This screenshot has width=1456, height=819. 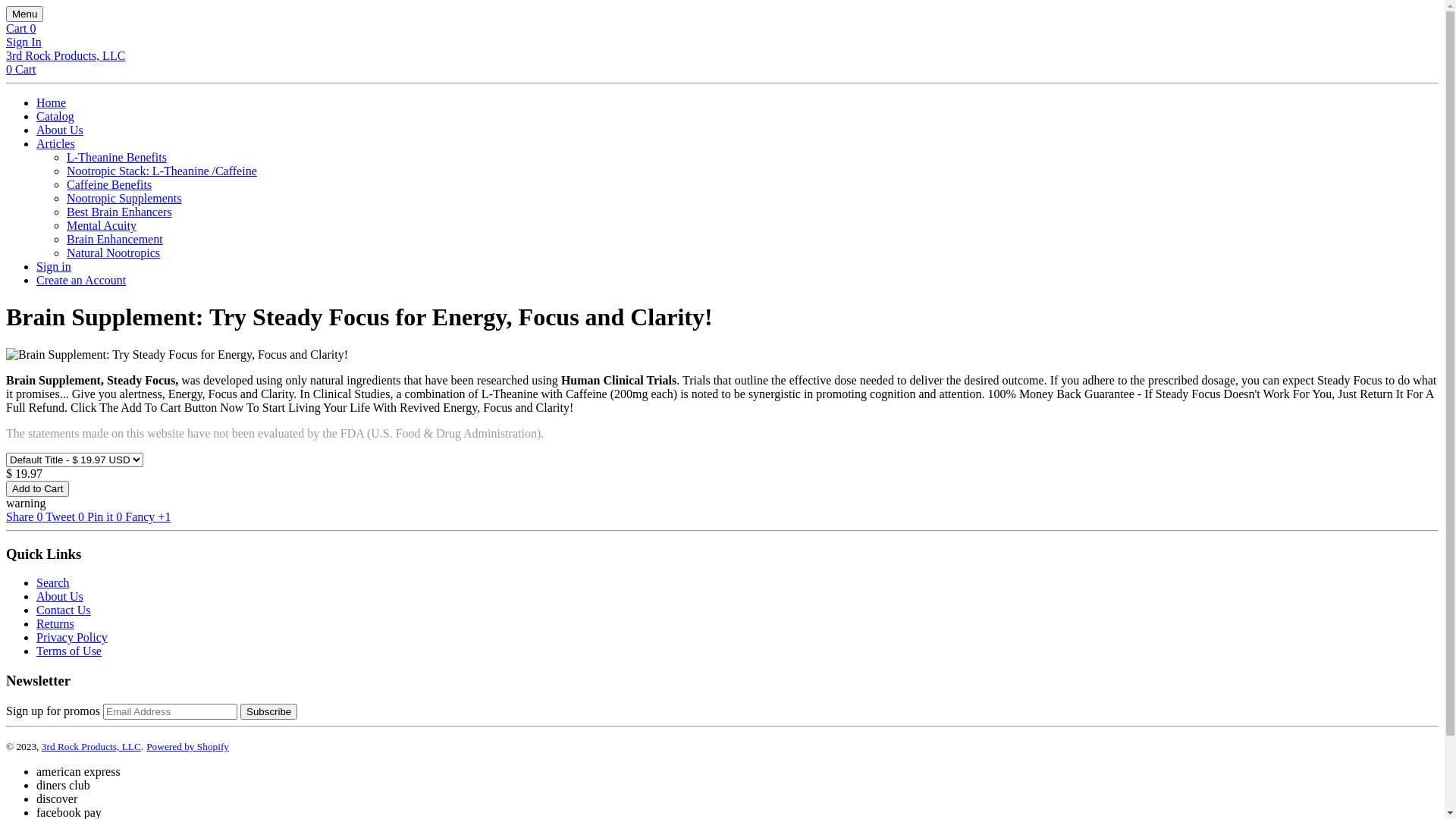 I want to click on 'Terms of Use', so click(x=36, y=650).